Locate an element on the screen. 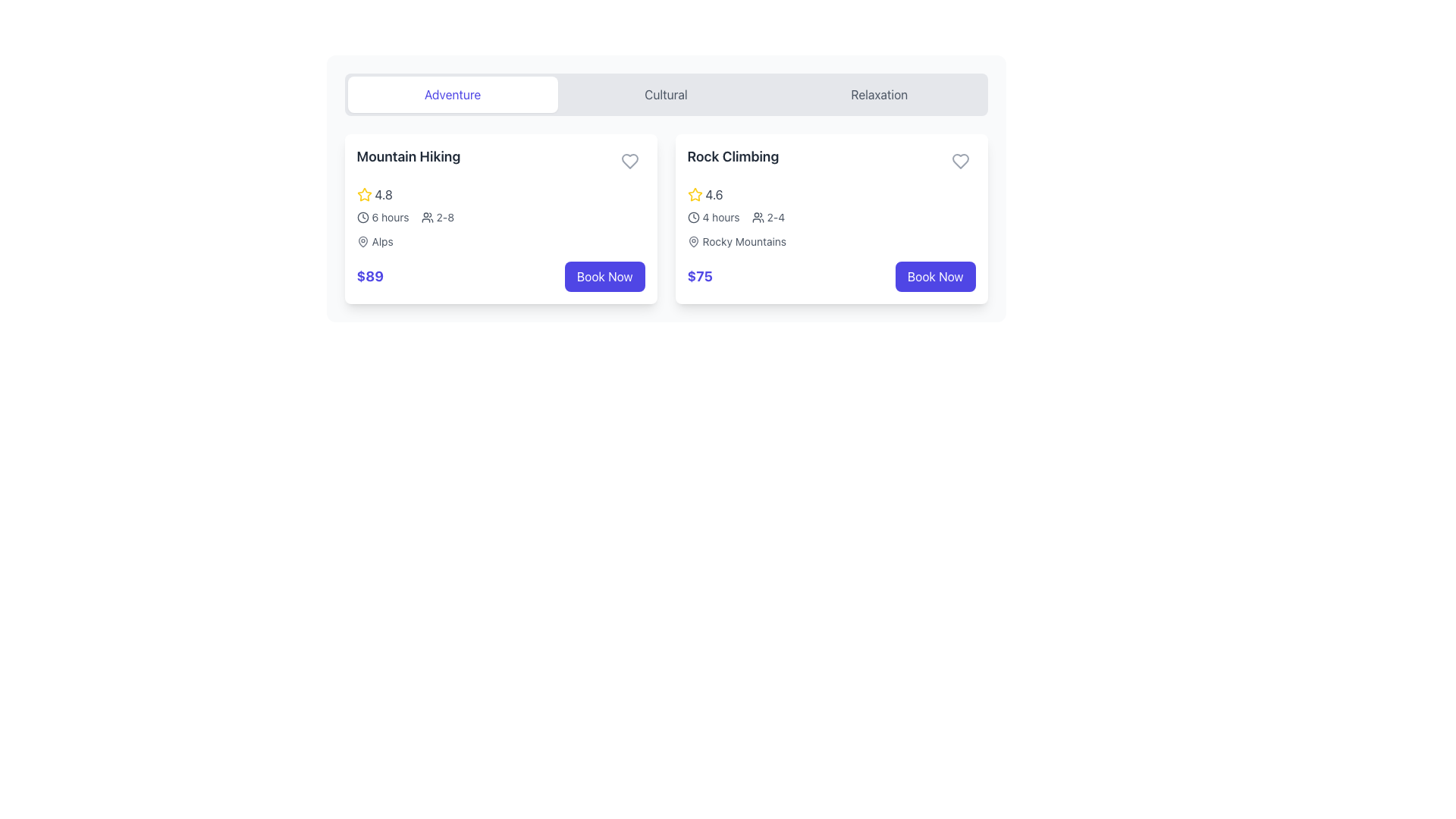 This screenshot has height=819, width=1456. the Text Label with Icon that indicates the duration of the Rock Climbing activity, located below the rating and above the group size indicator is located at coordinates (712, 217).